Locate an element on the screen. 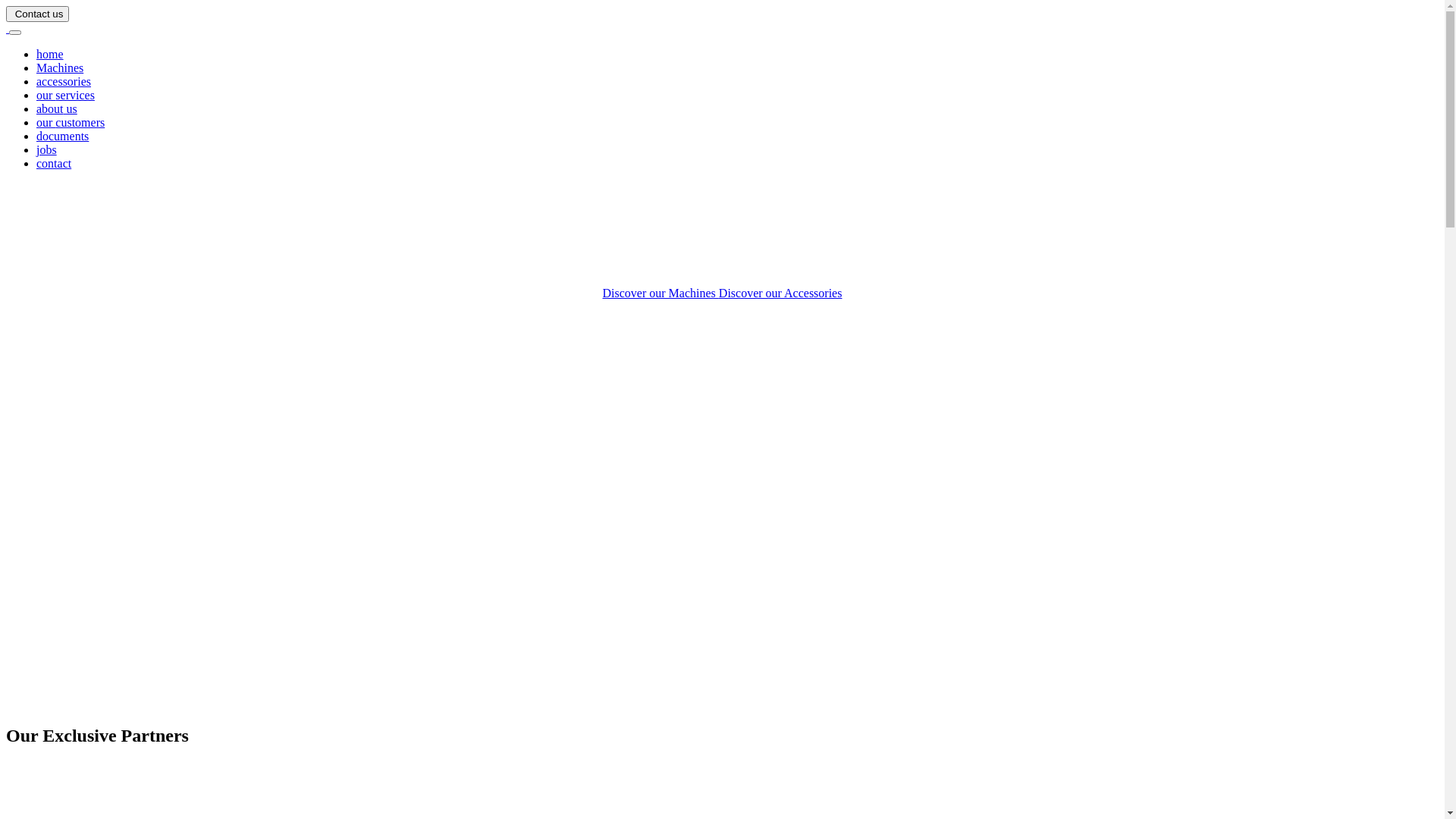 The image size is (1456, 819). 'jobs' is located at coordinates (46, 149).